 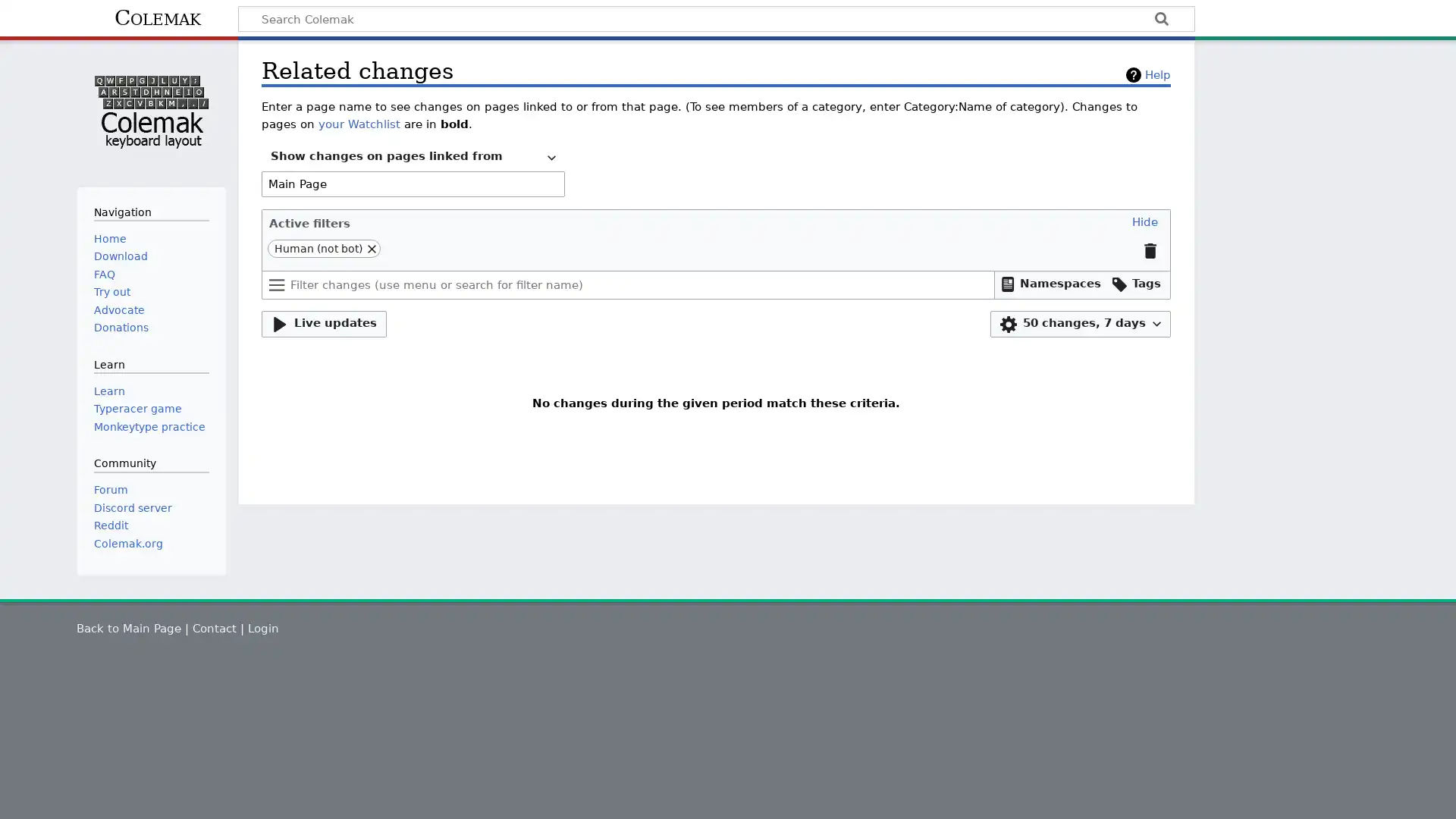 I want to click on Go, so click(x=1160, y=20).